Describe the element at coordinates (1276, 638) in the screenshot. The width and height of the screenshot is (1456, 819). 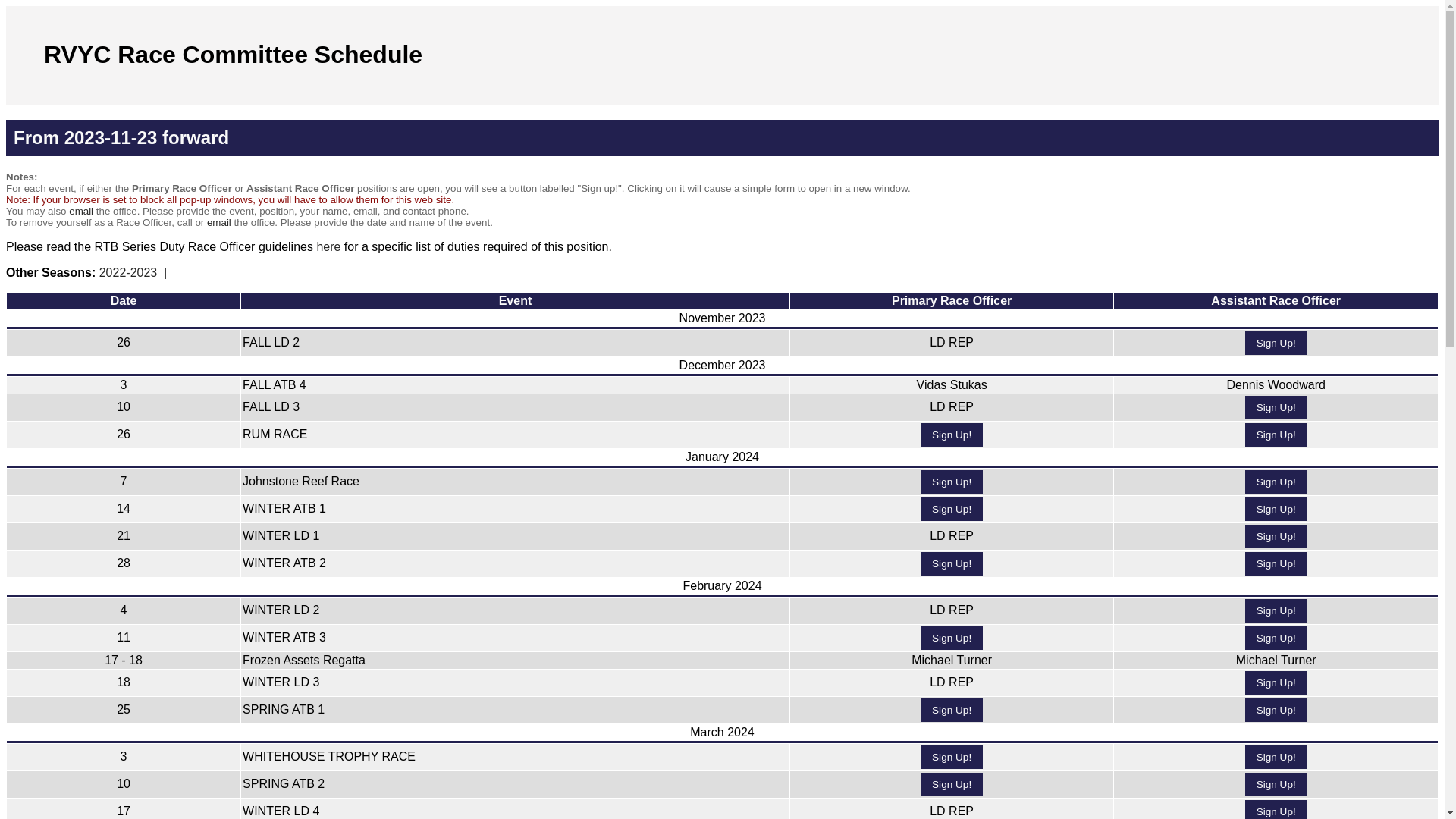
I see `'Sign Up!'` at that location.